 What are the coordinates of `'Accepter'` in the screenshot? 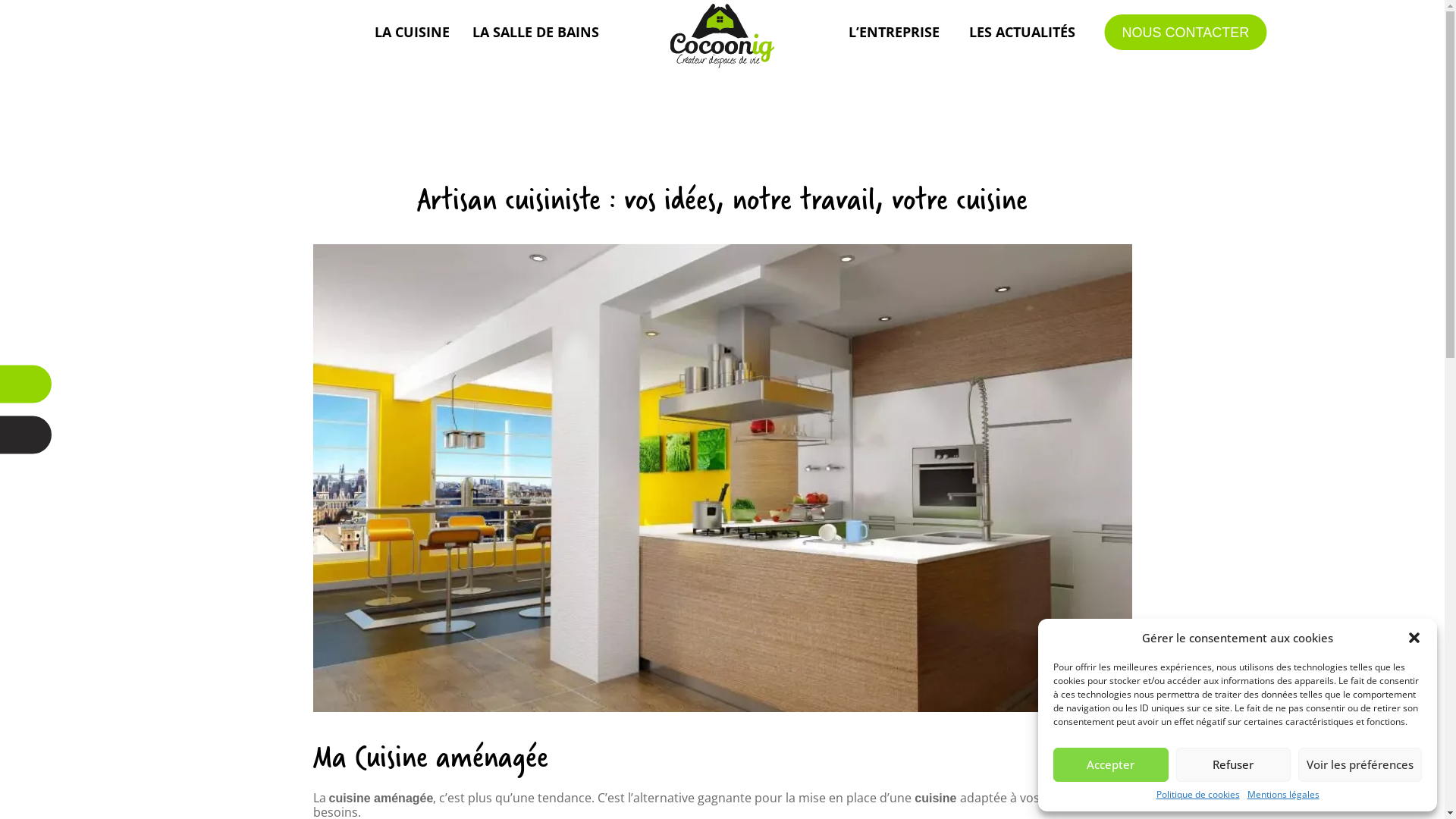 It's located at (1110, 764).